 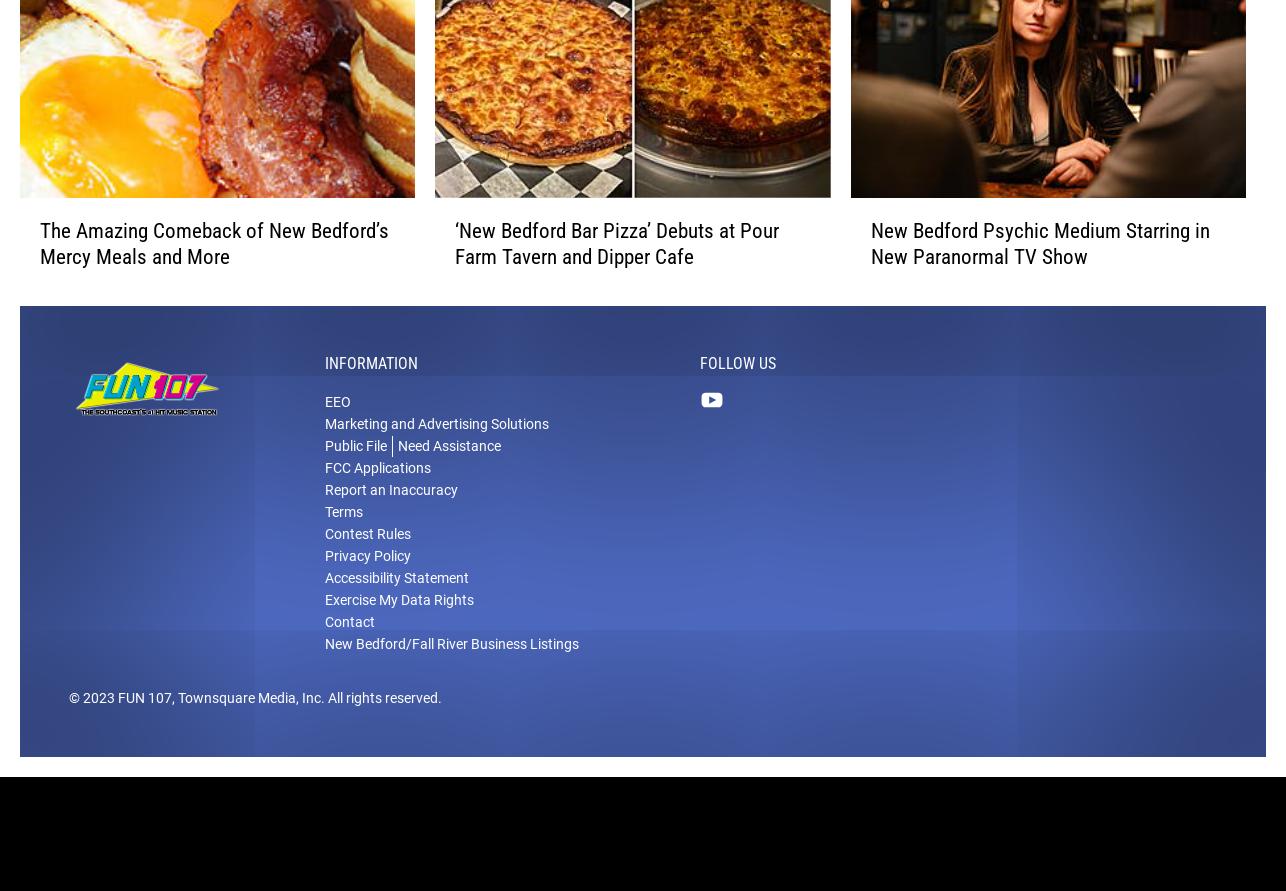 What do you see at coordinates (323, 470) in the screenshot?
I see `'Public File'` at bounding box center [323, 470].